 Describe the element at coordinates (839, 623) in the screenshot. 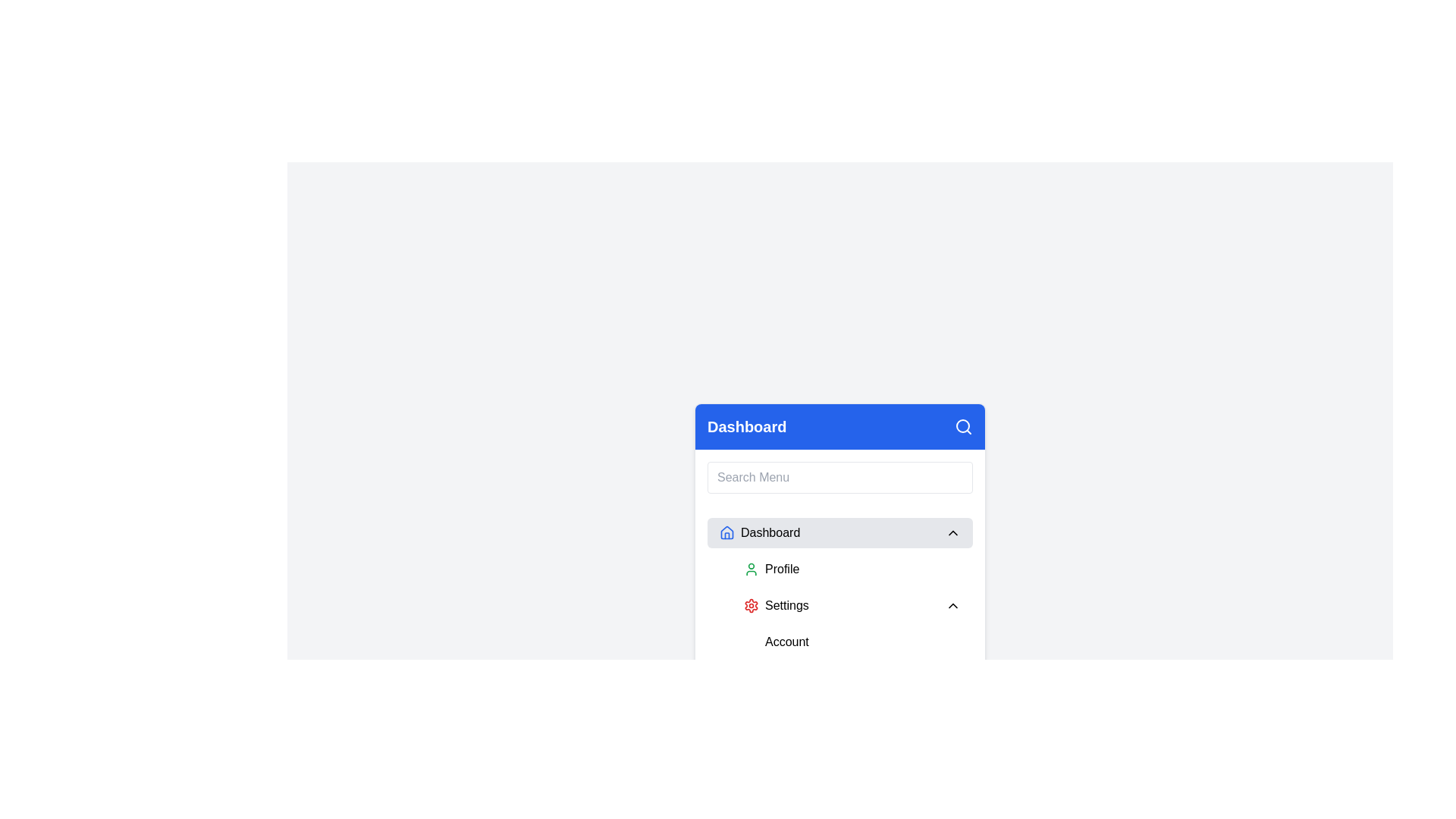

I see `the dropdown menu located centrally within the card interface beneath the title 'Dashboard'` at that location.